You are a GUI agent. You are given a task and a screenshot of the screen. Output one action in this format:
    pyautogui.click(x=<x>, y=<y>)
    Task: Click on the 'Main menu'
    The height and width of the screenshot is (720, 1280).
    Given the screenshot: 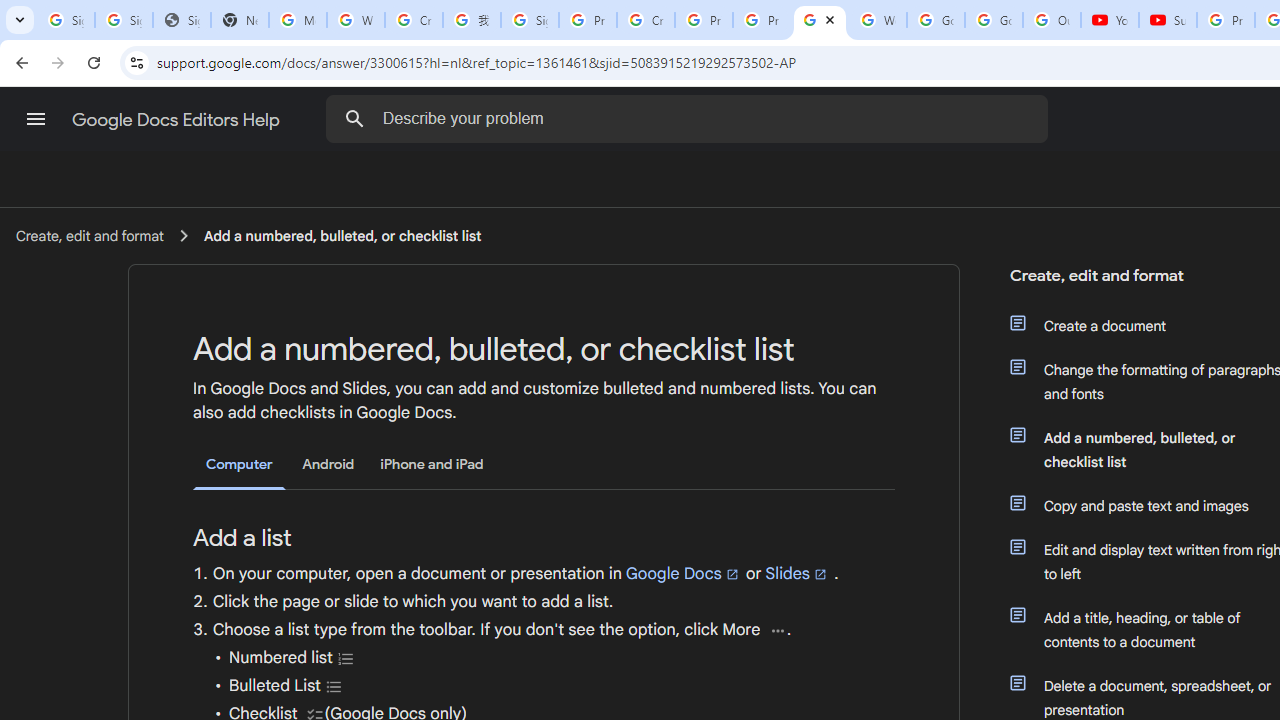 What is the action you would take?
    pyautogui.click(x=35, y=119)
    